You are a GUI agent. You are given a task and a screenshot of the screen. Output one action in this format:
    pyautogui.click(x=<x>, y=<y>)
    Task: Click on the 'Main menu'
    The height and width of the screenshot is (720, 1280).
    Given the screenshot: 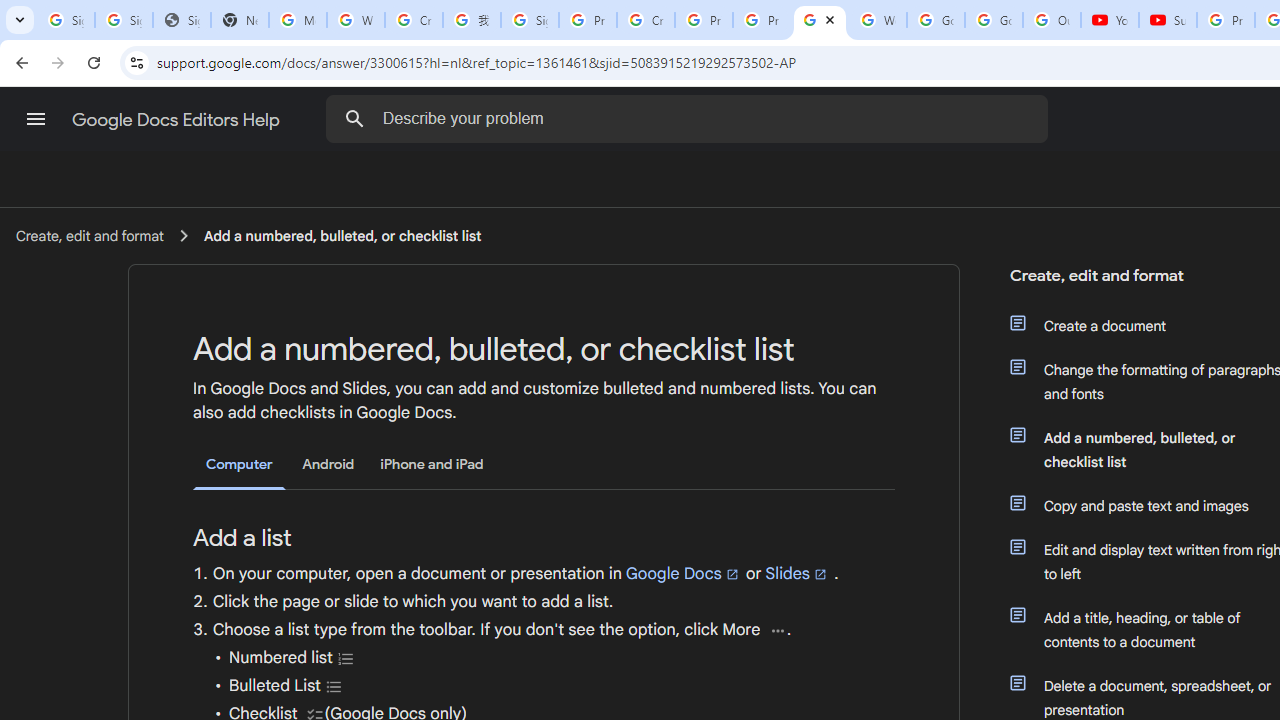 What is the action you would take?
    pyautogui.click(x=35, y=119)
    